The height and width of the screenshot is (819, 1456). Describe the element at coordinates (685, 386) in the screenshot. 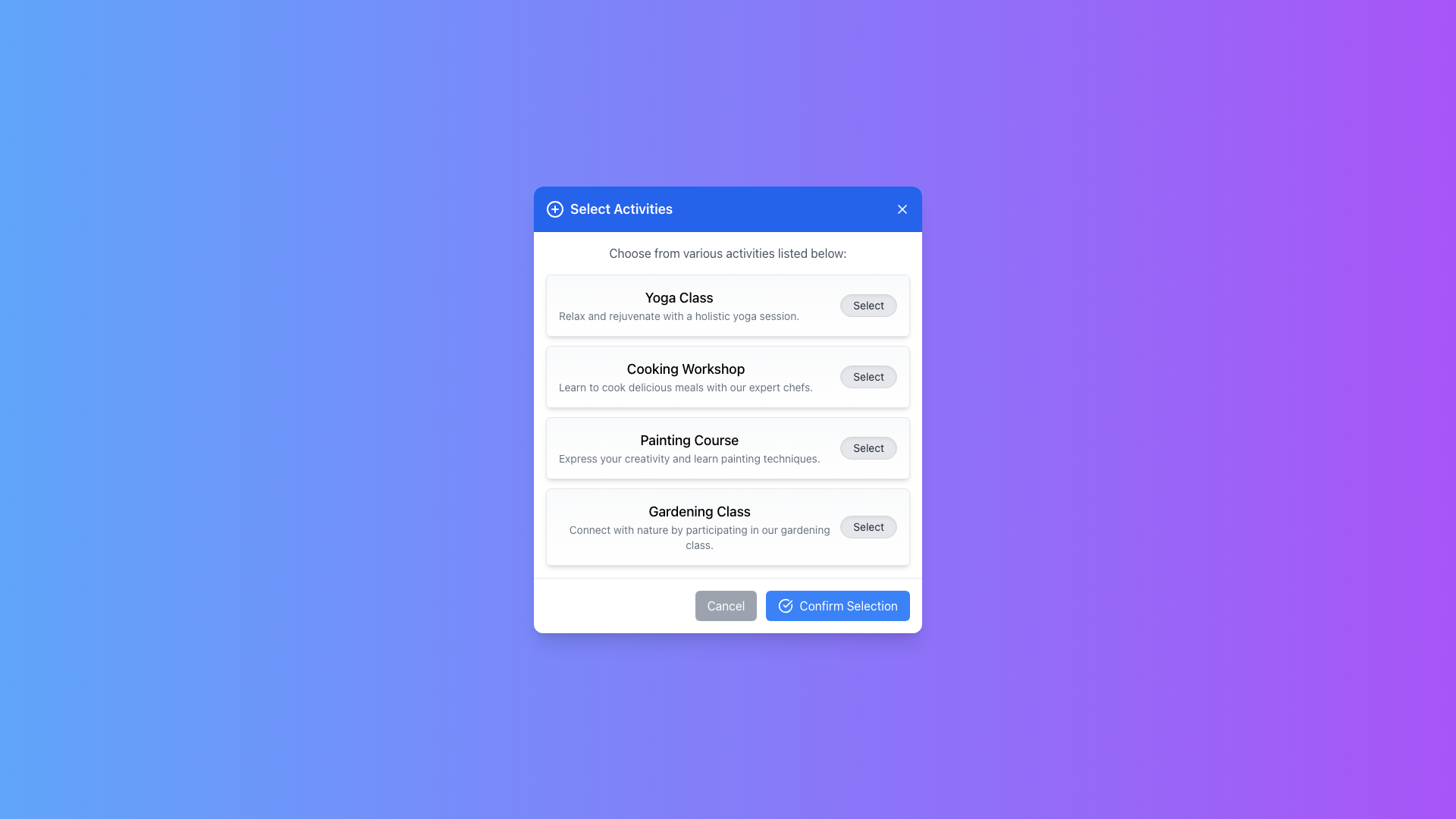

I see `the static text that provides a brief description of the 'Cooking Workshop' activity, positioned beneath the workshop title` at that location.